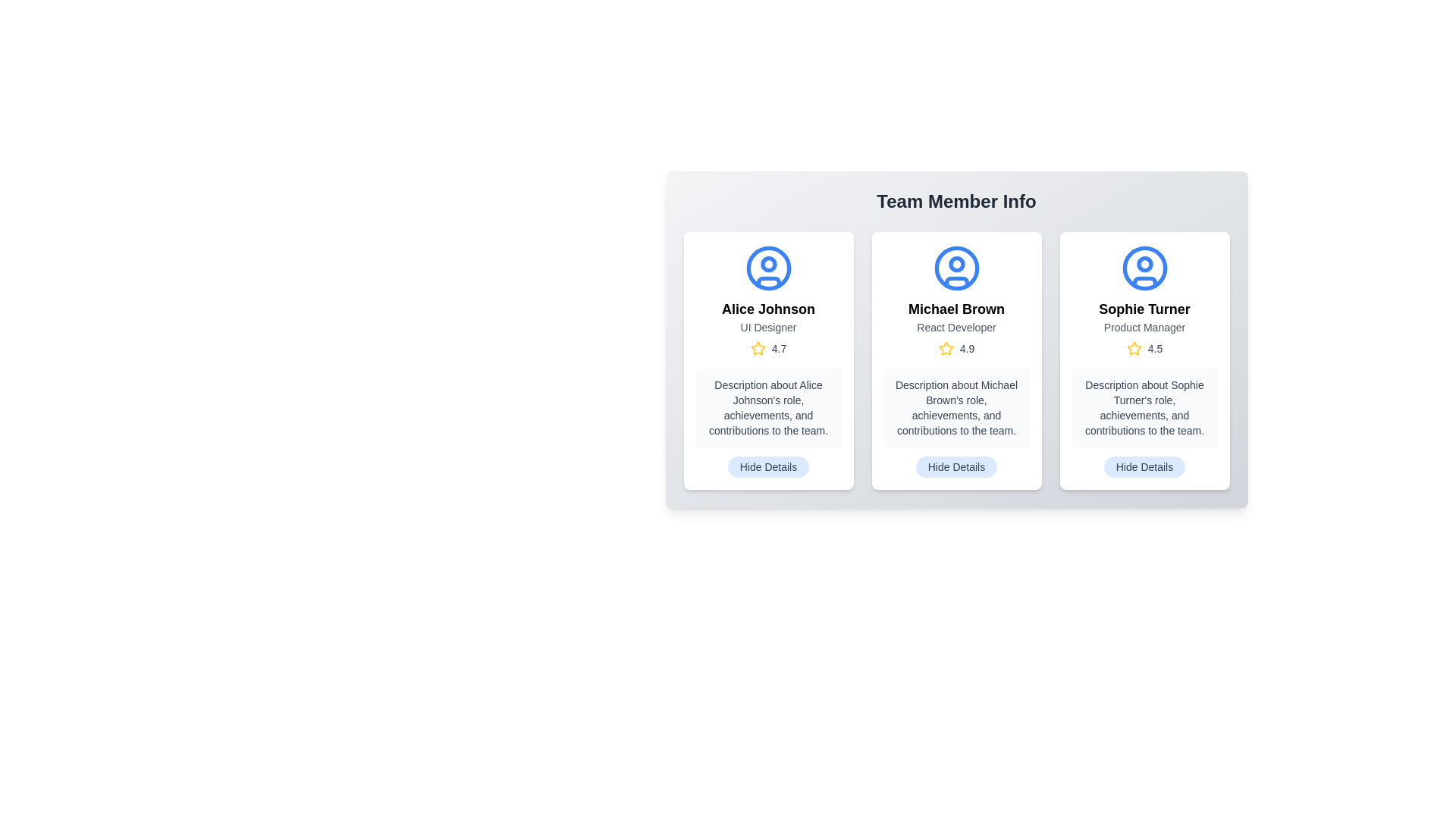 The width and height of the screenshot is (1456, 819). What do you see at coordinates (955, 406) in the screenshot?
I see `the text block element describing Michael Brown's role and contributions, located below the star rating in the middle card of the 'Team Member Info' interface` at bounding box center [955, 406].